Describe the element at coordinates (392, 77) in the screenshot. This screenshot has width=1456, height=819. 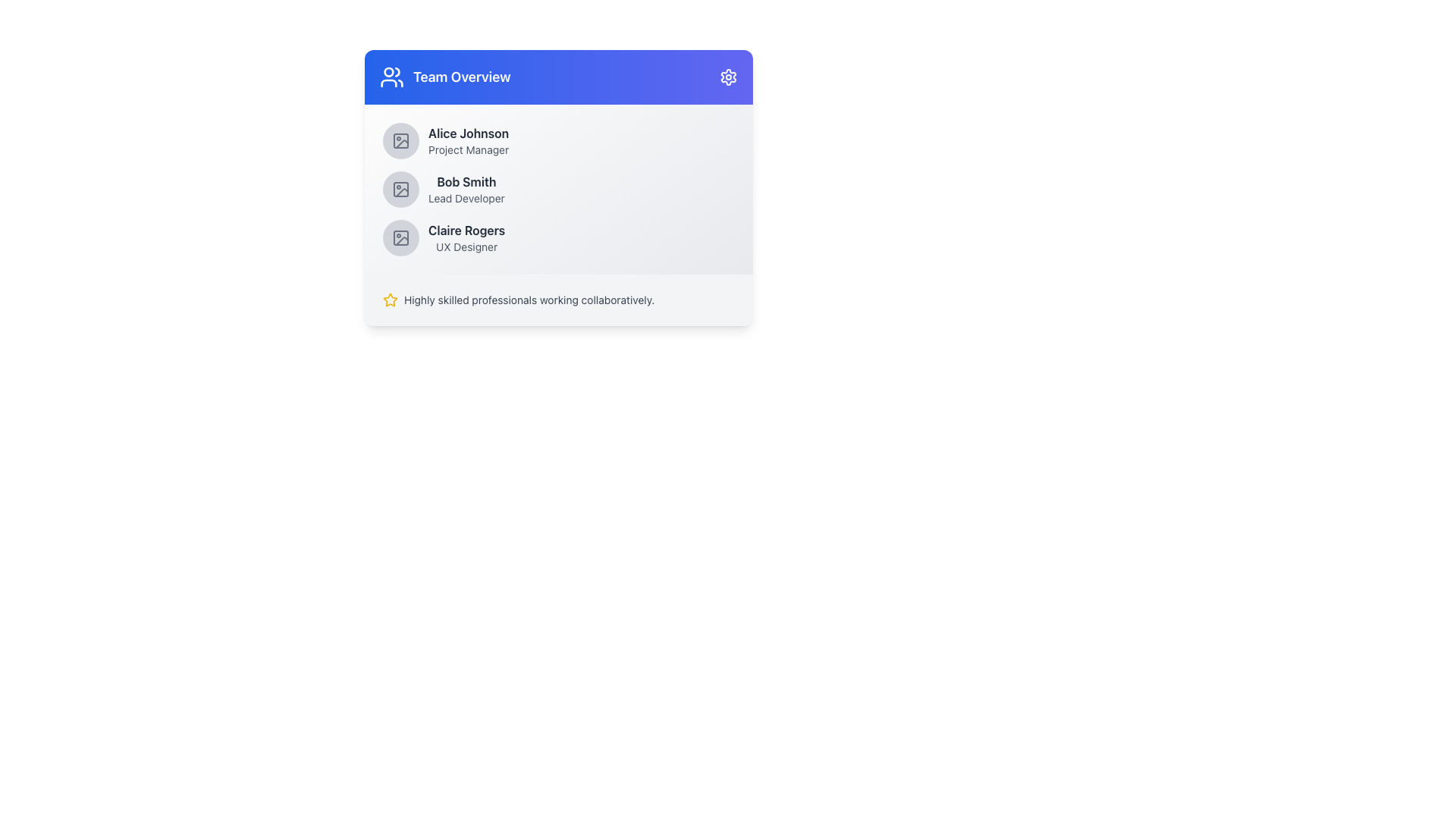
I see `the blue background icon depicting multiple users, located to the far left of the header bar labeled 'Team Overview'` at that location.